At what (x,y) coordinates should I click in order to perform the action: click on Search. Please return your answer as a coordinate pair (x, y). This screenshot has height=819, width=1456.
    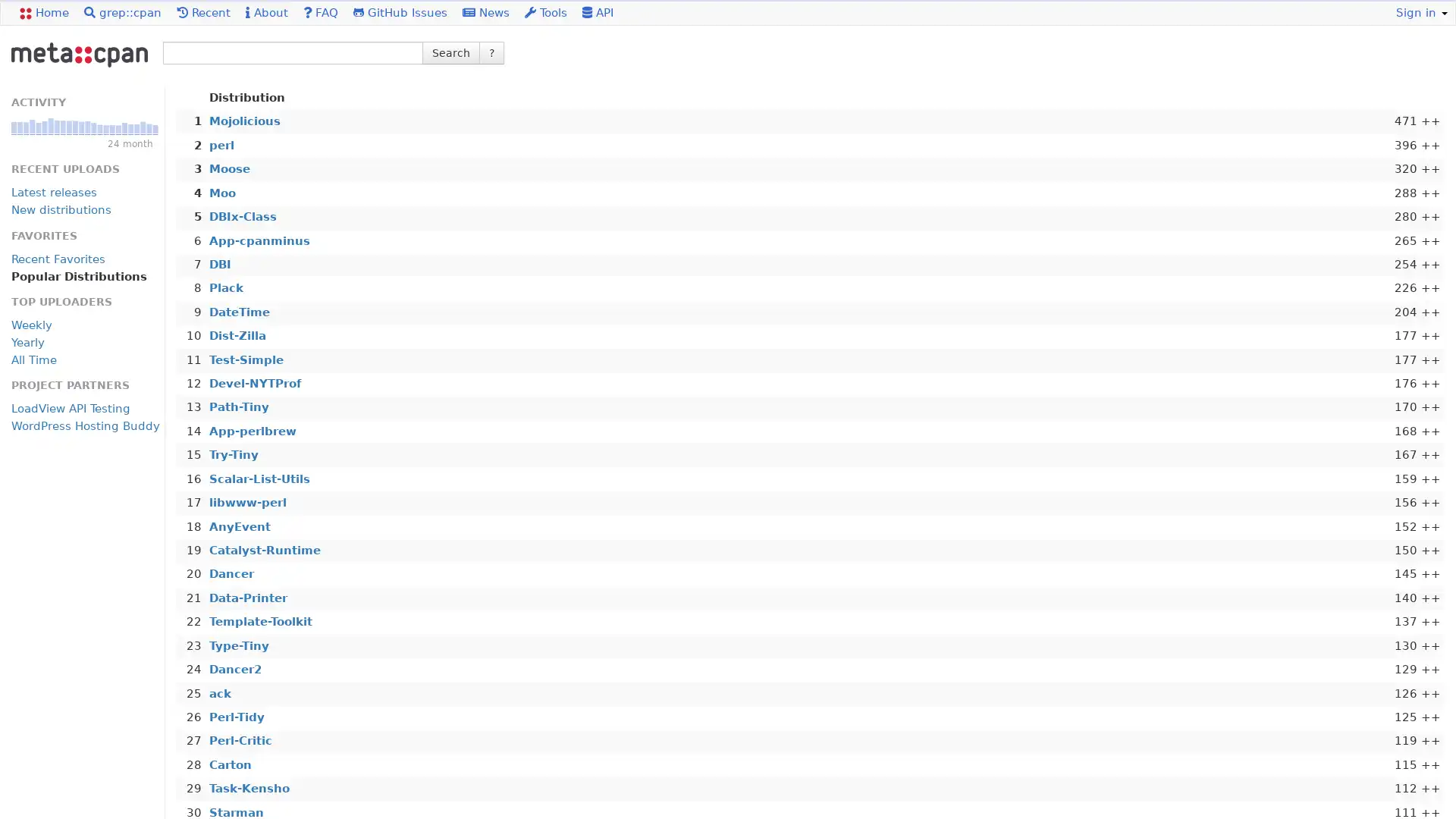
    Looking at the image, I should click on (450, 52).